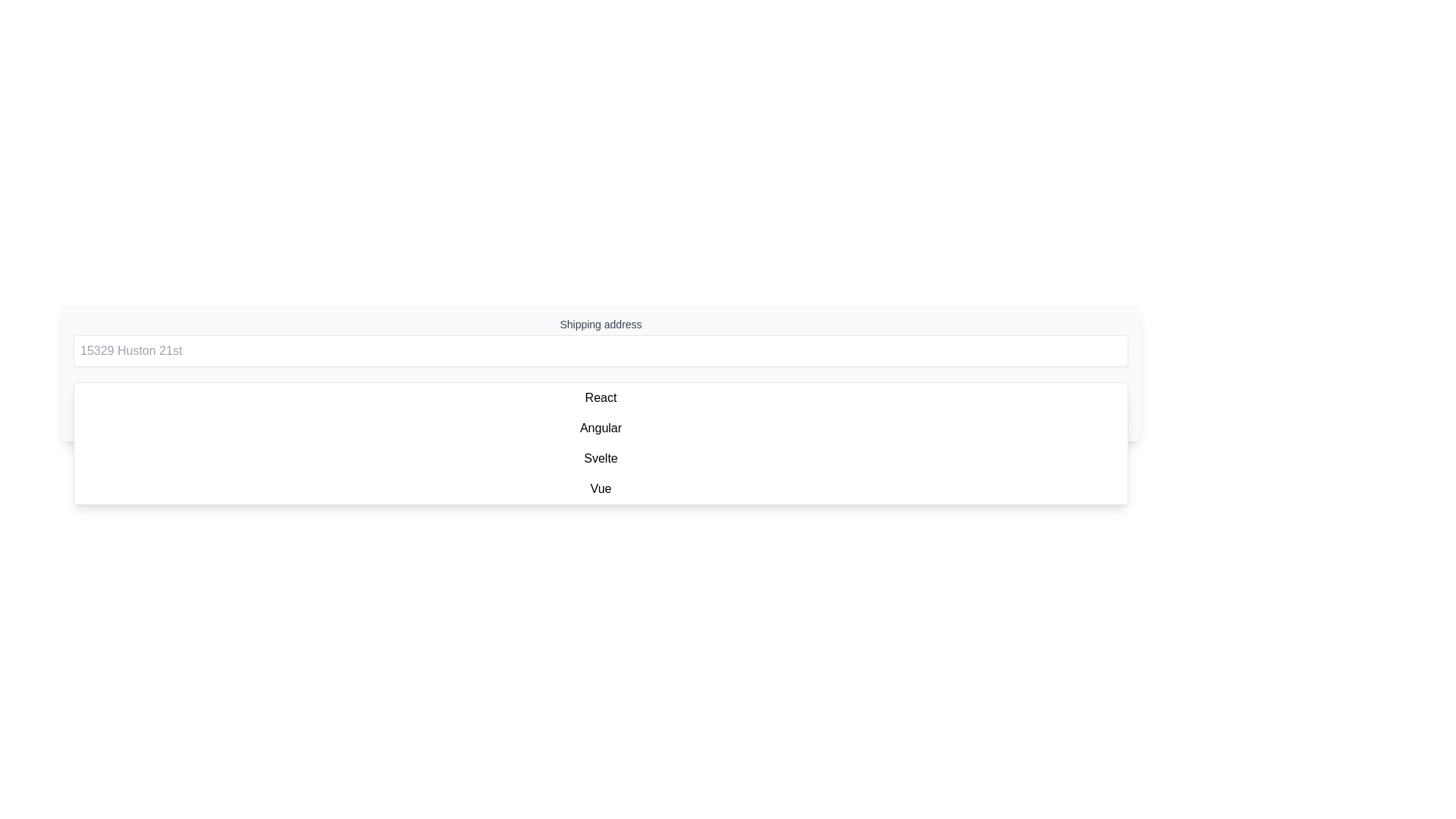  What do you see at coordinates (600, 403) in the screenshot?
I see `the dropdown menu element styled with a darker border and rounded corners, which contains the prompt 'Pick one'` at bounding box center [600, 403].